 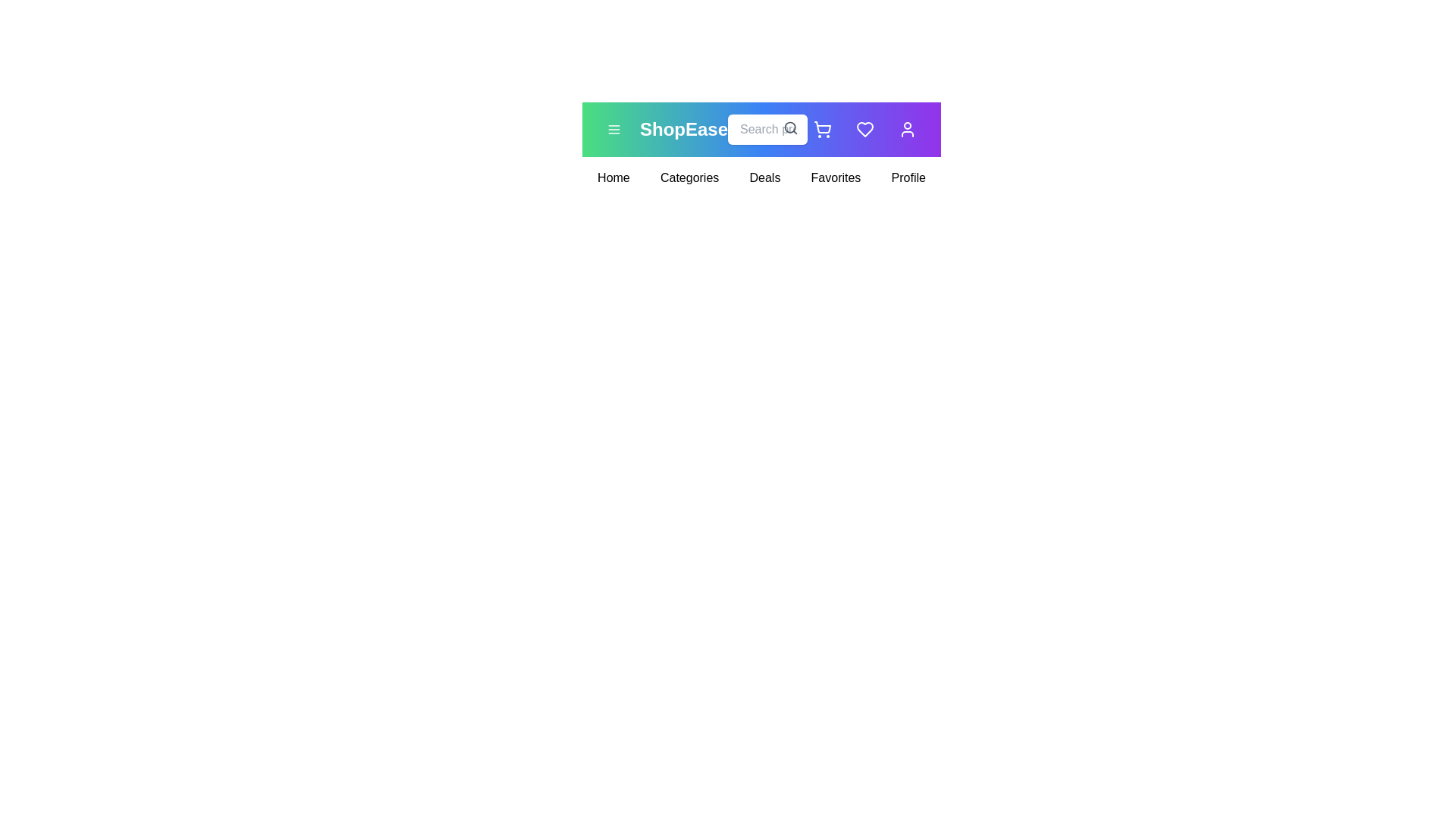 What do you see at coordinates (865, 128) in the screenshot?
I see `the heart icon to mark items as favorites` at bounding box center [865, 128].